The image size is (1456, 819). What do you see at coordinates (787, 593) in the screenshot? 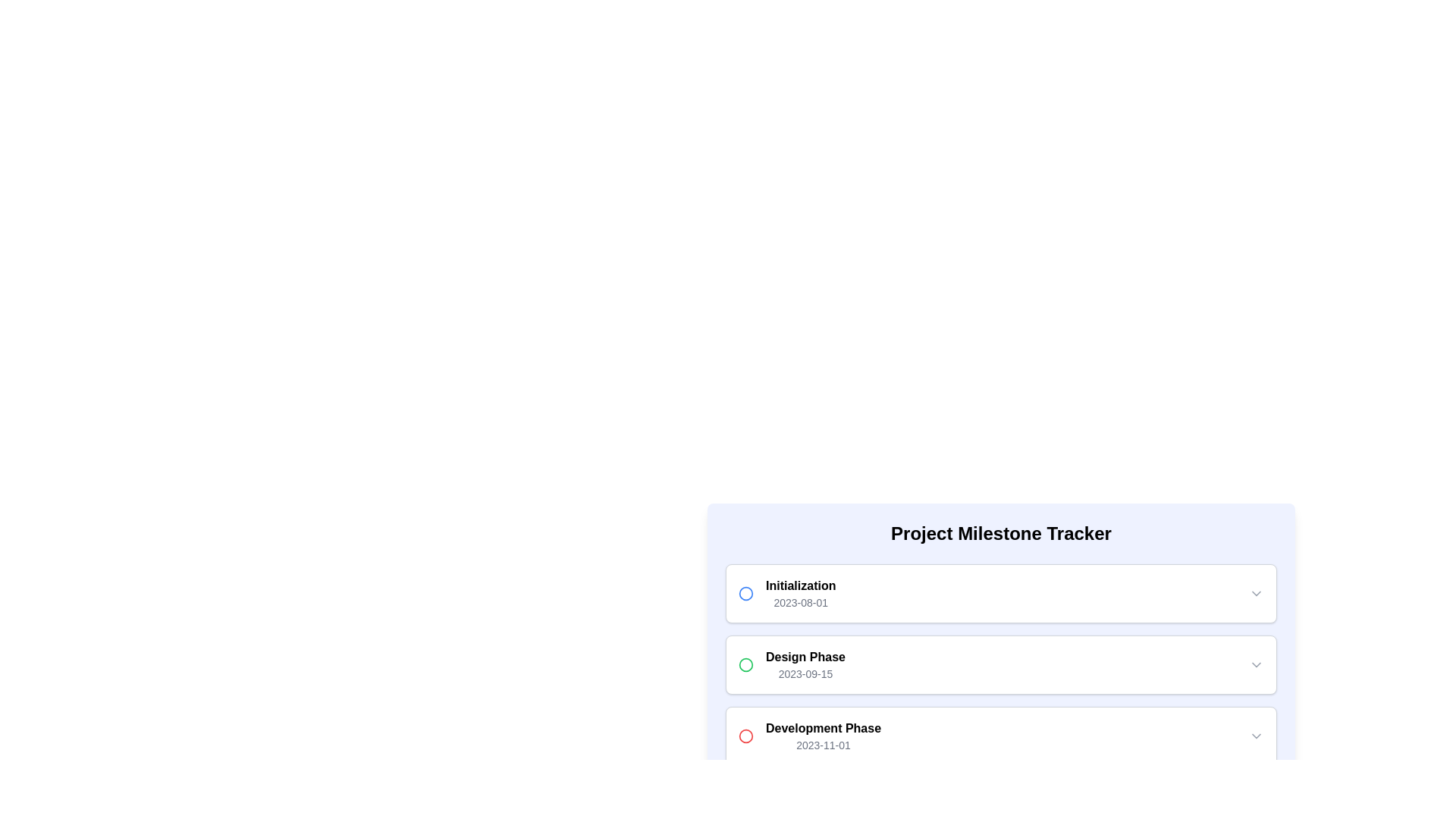
I see `the first list item titled 'Initialization', which features a blue circular icon and a subtitle with the date '2023-08-01'` at bounding box center [787, 593].